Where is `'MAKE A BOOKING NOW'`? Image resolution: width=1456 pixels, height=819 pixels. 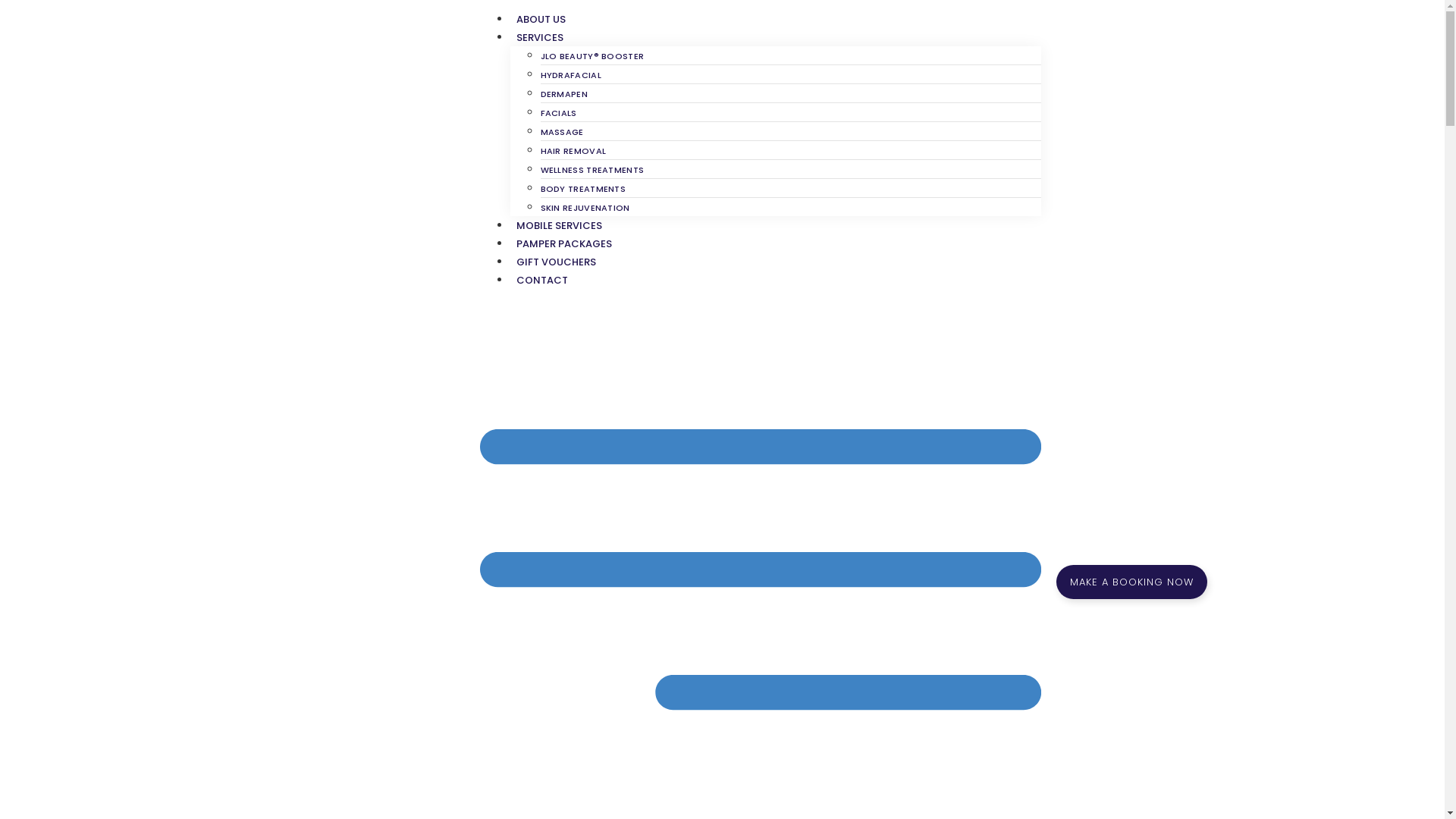 'MAKE A BOOKING NOW' is located at coordinates (1131, 581).